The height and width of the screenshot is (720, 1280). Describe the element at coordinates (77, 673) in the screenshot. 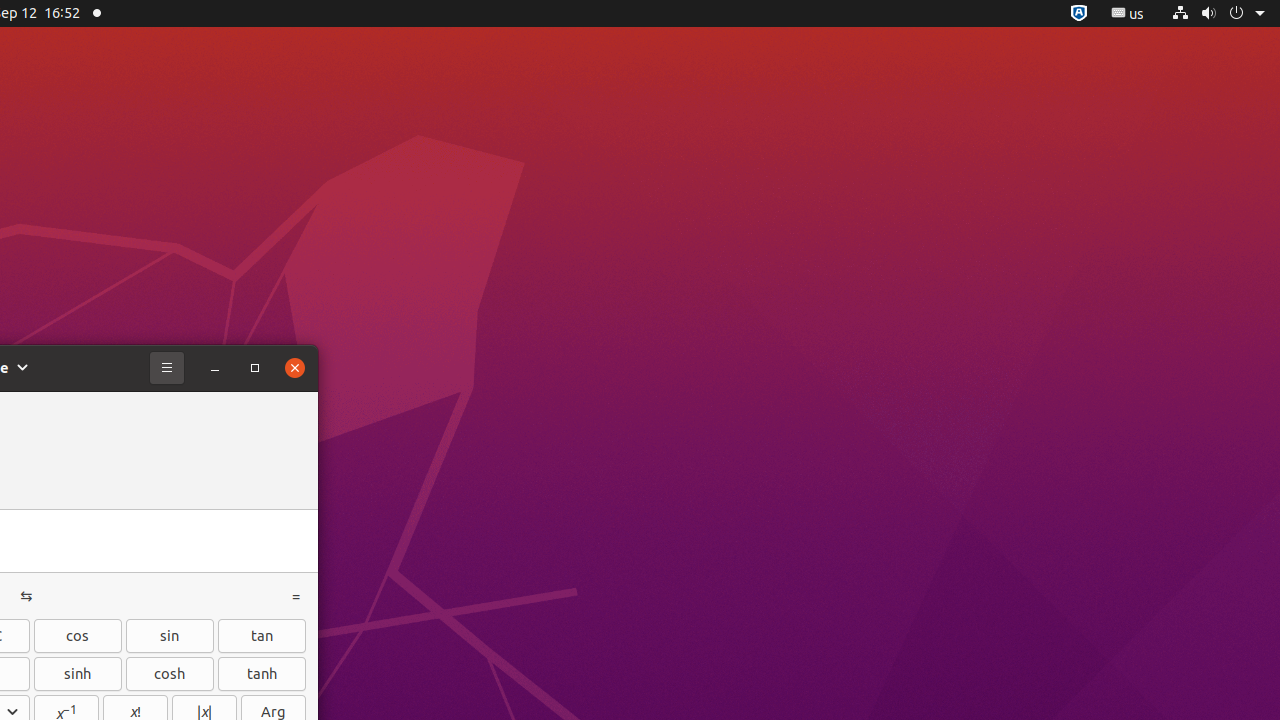

I see `'sinh'` at that location.